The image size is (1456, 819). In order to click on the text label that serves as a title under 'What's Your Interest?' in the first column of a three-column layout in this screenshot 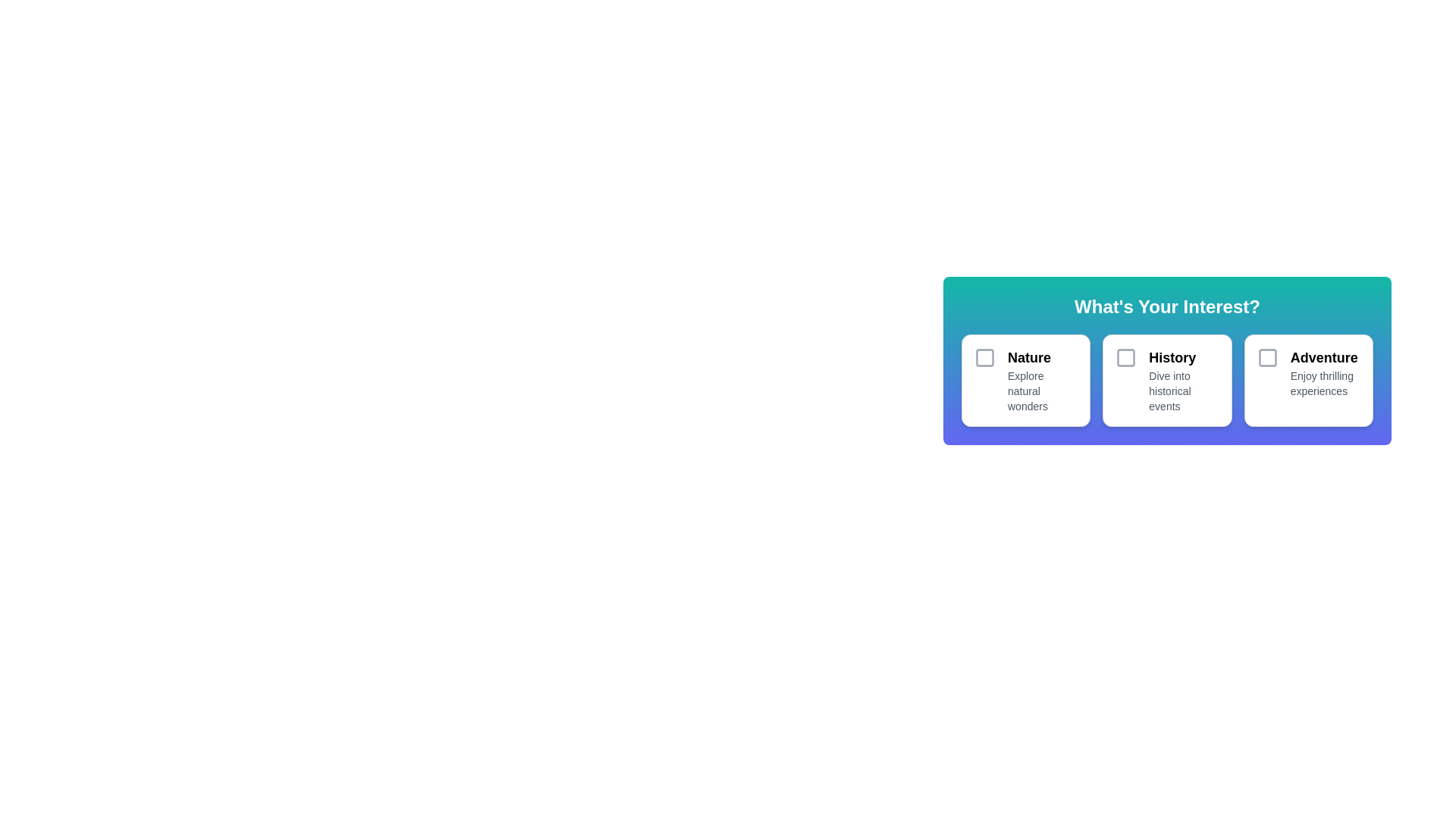, I will do `click(1042, 357)`.